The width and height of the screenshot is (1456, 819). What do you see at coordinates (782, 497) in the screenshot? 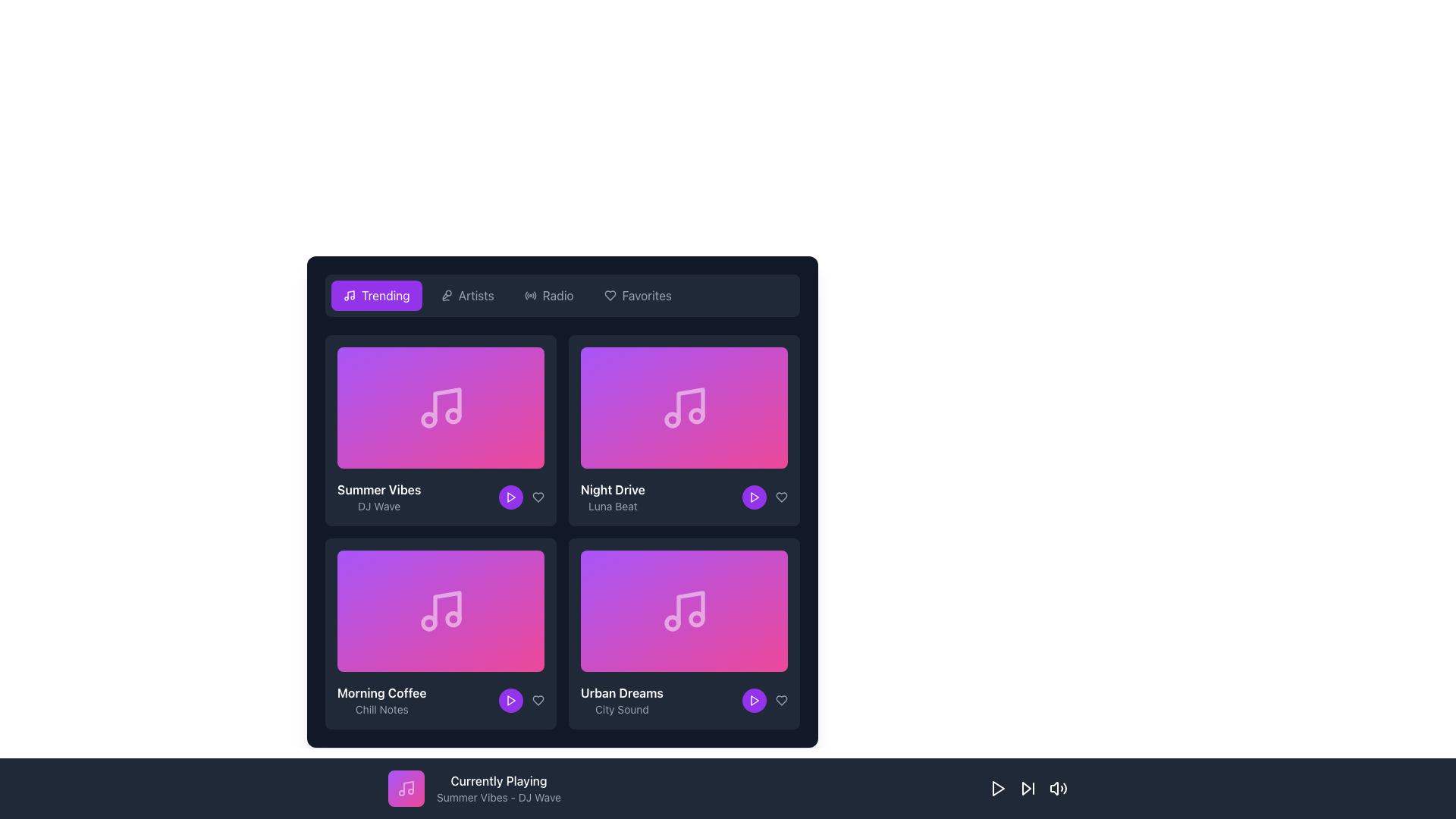
I see `the heart icon at the bottom right corner of the 'Night Drive' song card` at bounding box center [782, 497].